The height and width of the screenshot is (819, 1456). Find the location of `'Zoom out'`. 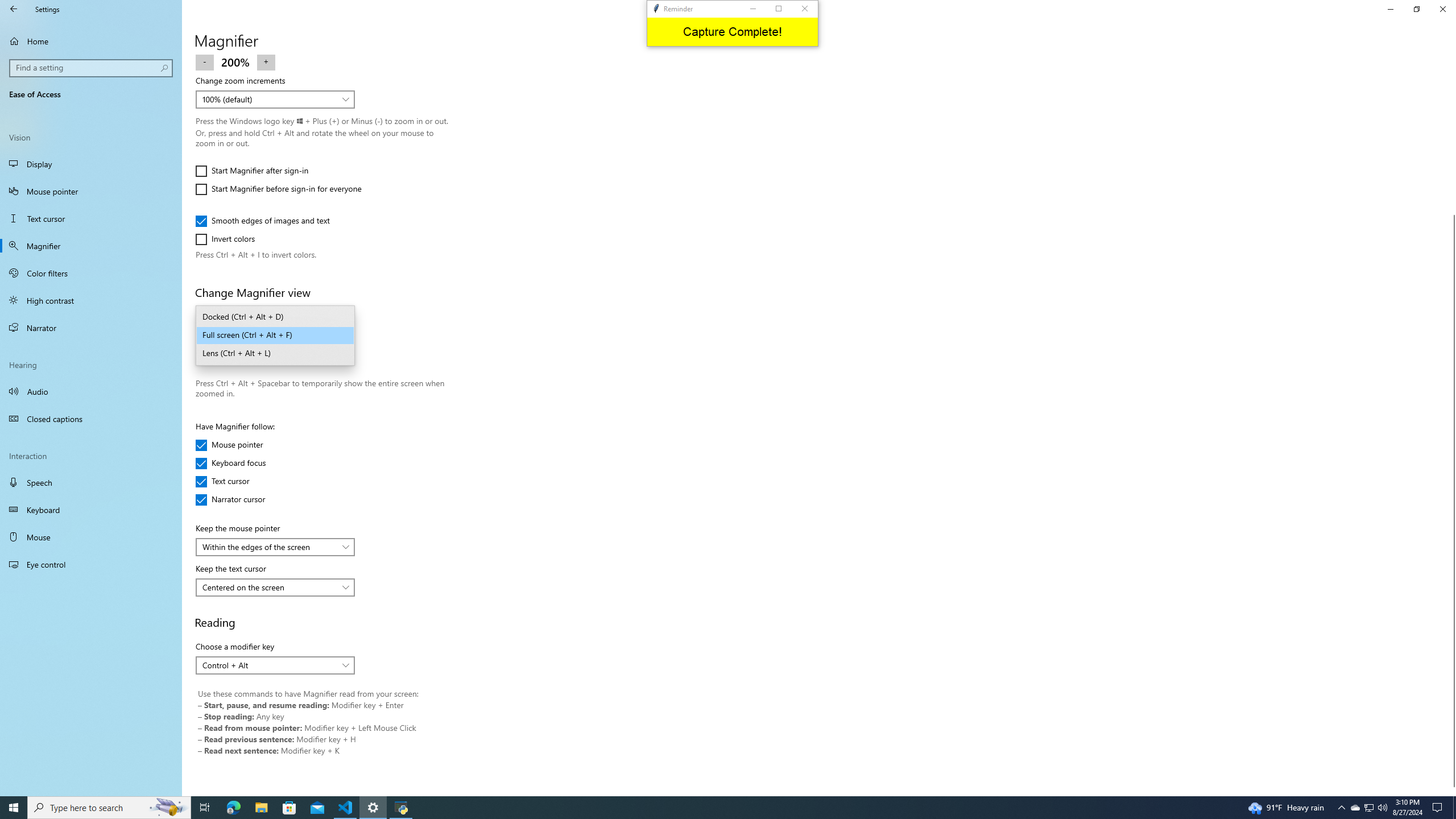

'Zoom out' is located at coordinates (204, 61).